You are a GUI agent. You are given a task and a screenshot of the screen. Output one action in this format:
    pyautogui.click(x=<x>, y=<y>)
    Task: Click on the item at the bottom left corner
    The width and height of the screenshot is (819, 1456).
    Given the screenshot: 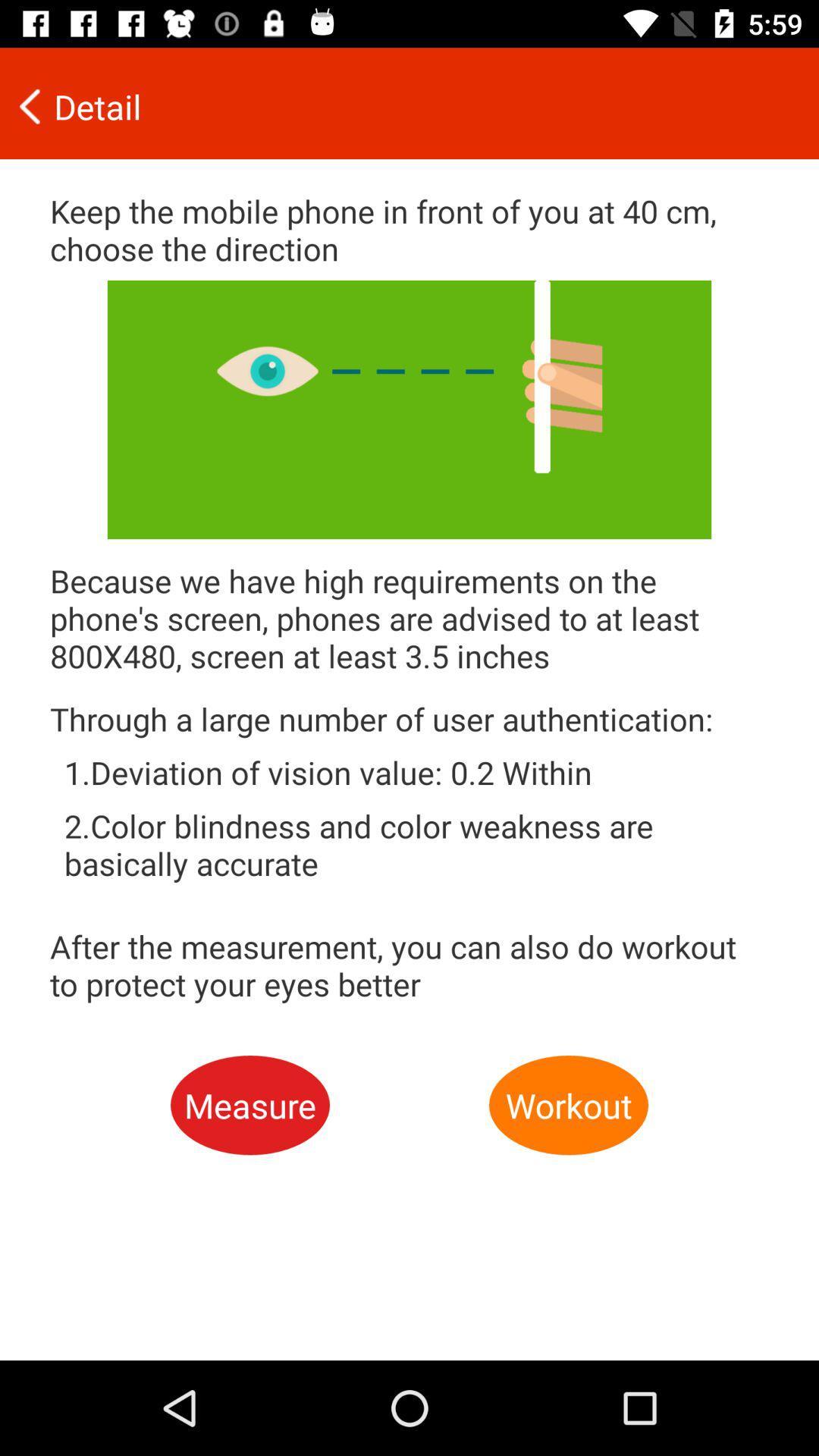 What is the action you would take?
    pyautogui.click(x=249, y=1105)
    